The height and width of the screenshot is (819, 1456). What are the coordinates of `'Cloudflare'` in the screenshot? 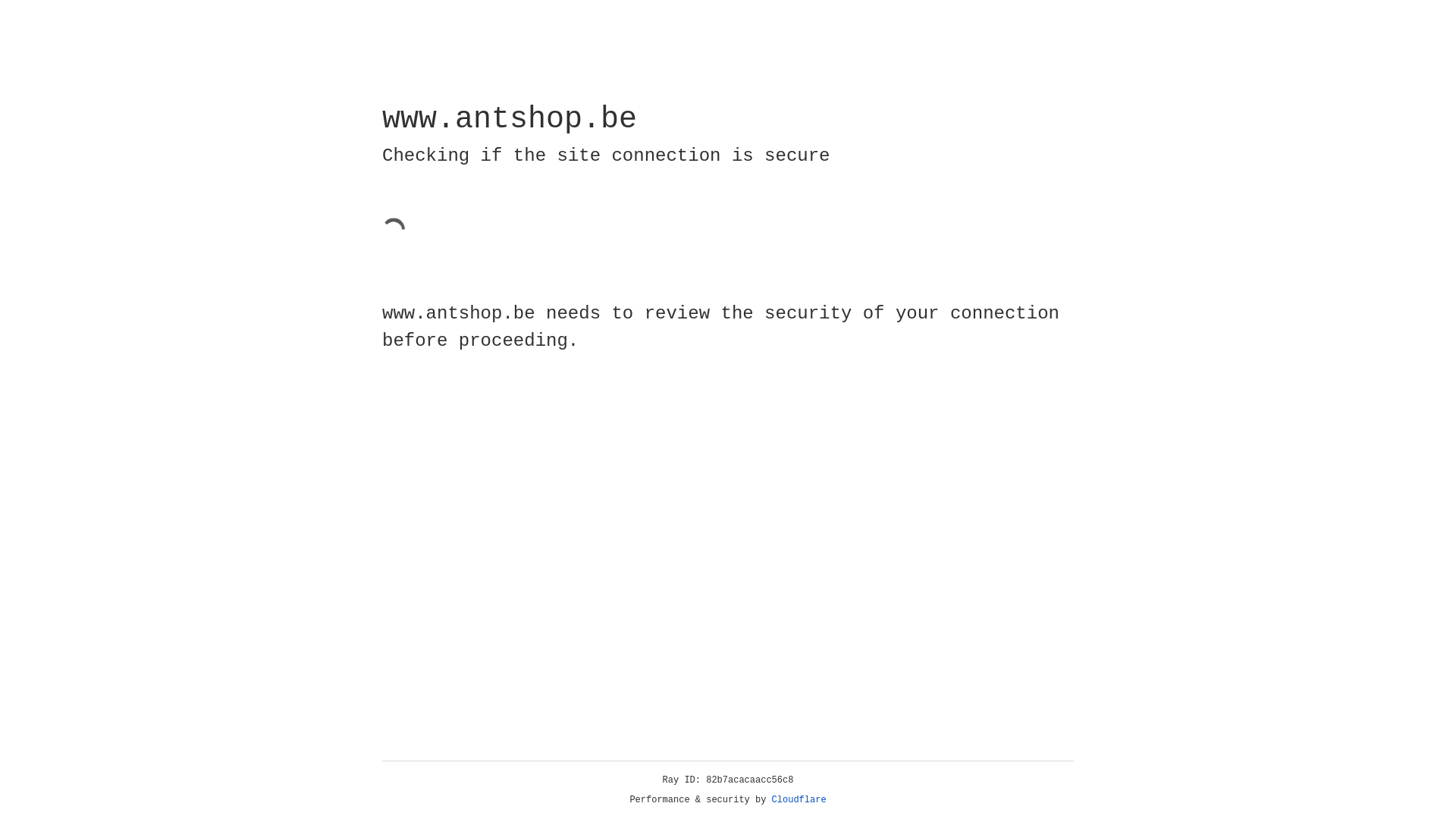 It's located at (799, 799).